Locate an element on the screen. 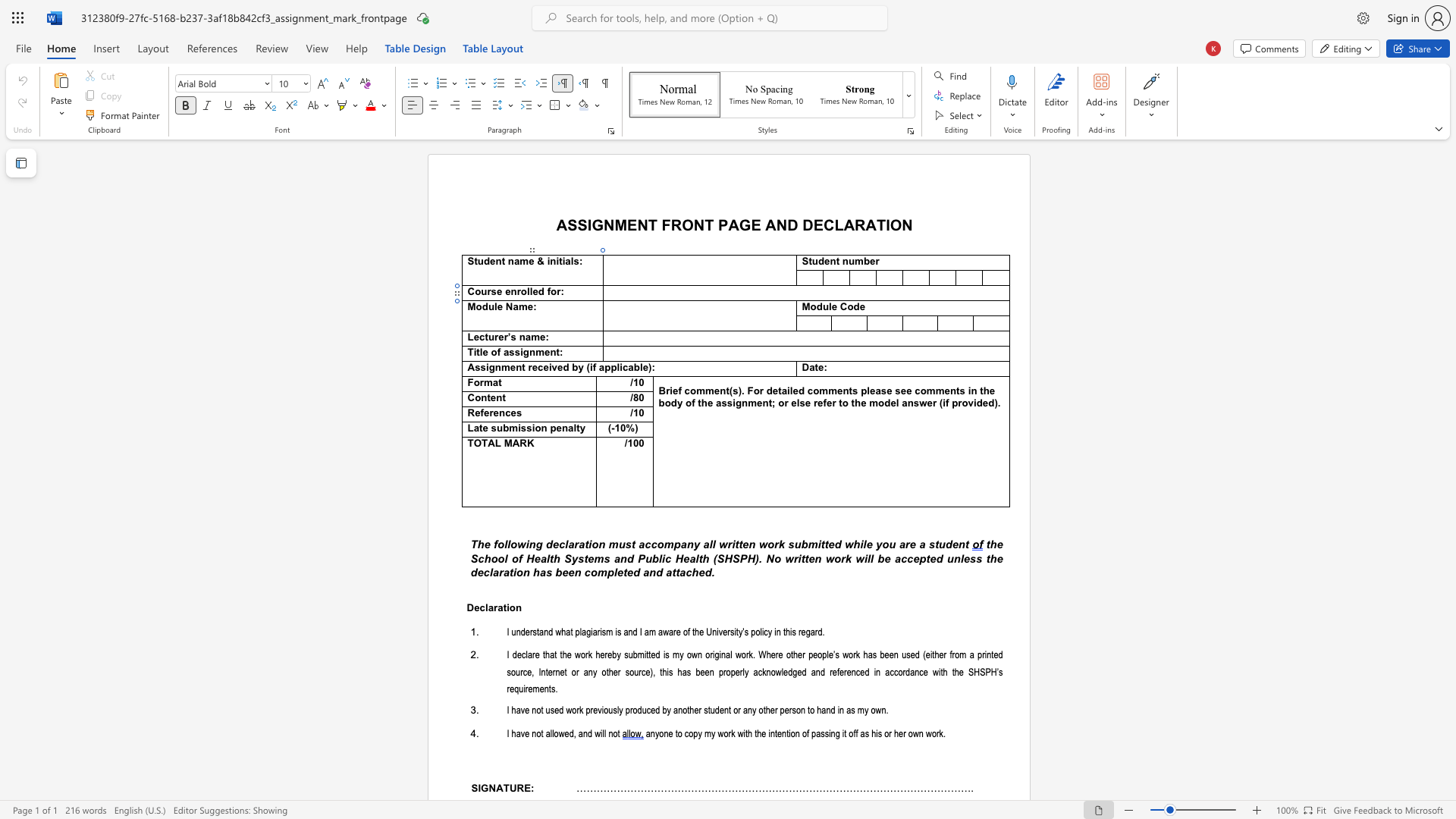  the space between the continuous character "m" and "e" in the text is located at coordinates (509, 368).